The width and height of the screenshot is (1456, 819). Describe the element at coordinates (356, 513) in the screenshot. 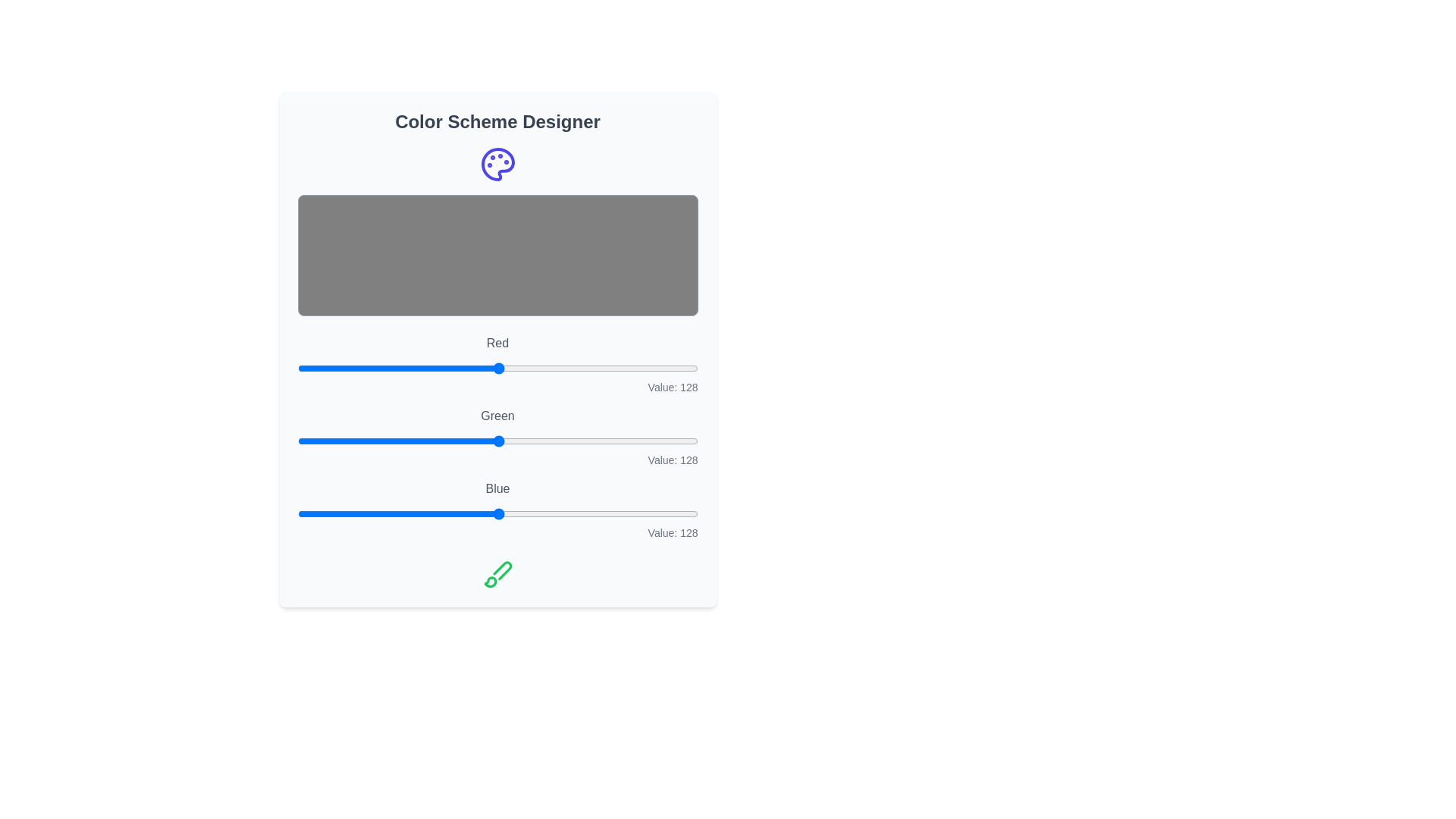

I see `the slider value` at that location.